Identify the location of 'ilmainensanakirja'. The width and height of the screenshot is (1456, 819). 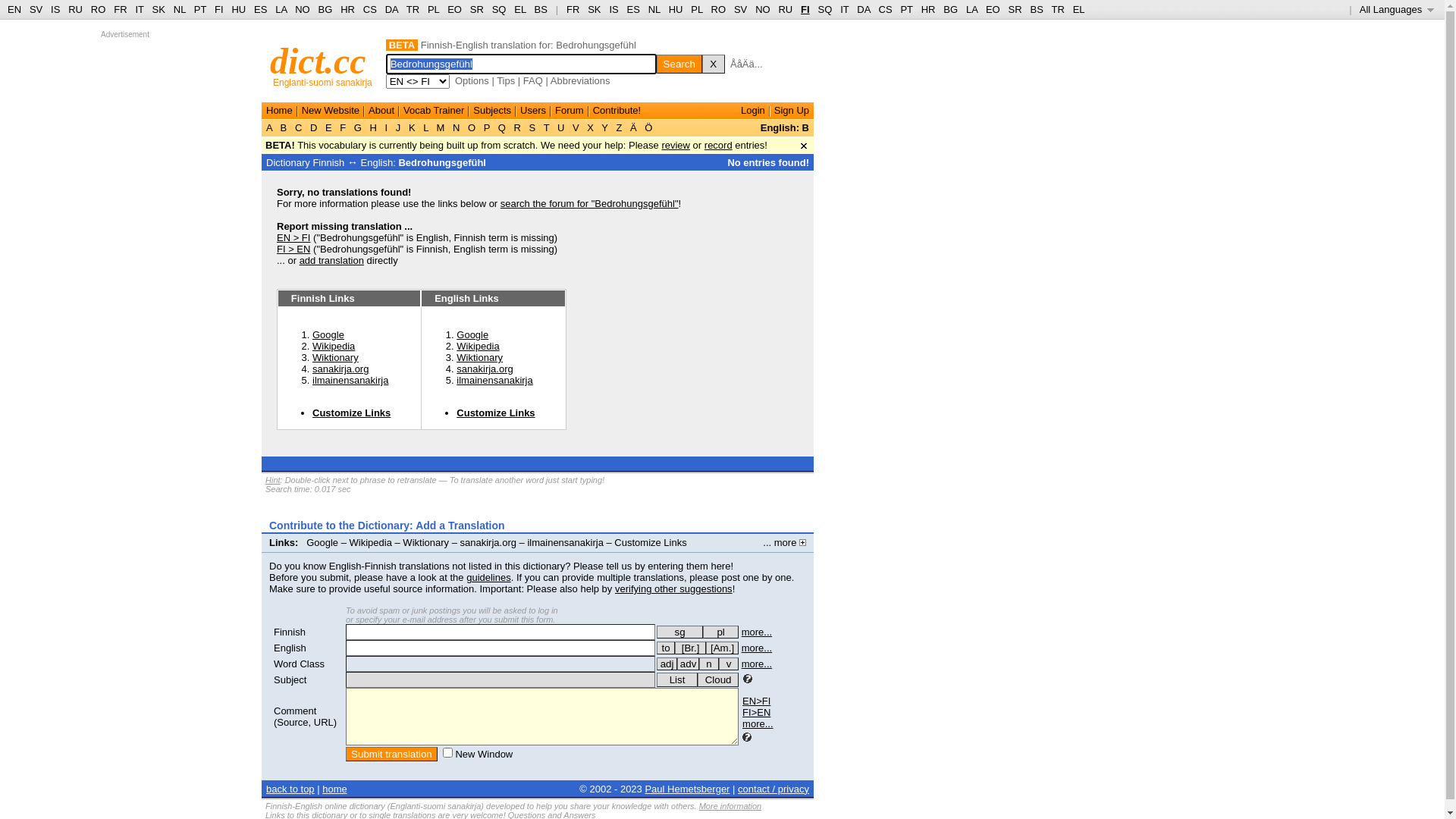
(563, 541).